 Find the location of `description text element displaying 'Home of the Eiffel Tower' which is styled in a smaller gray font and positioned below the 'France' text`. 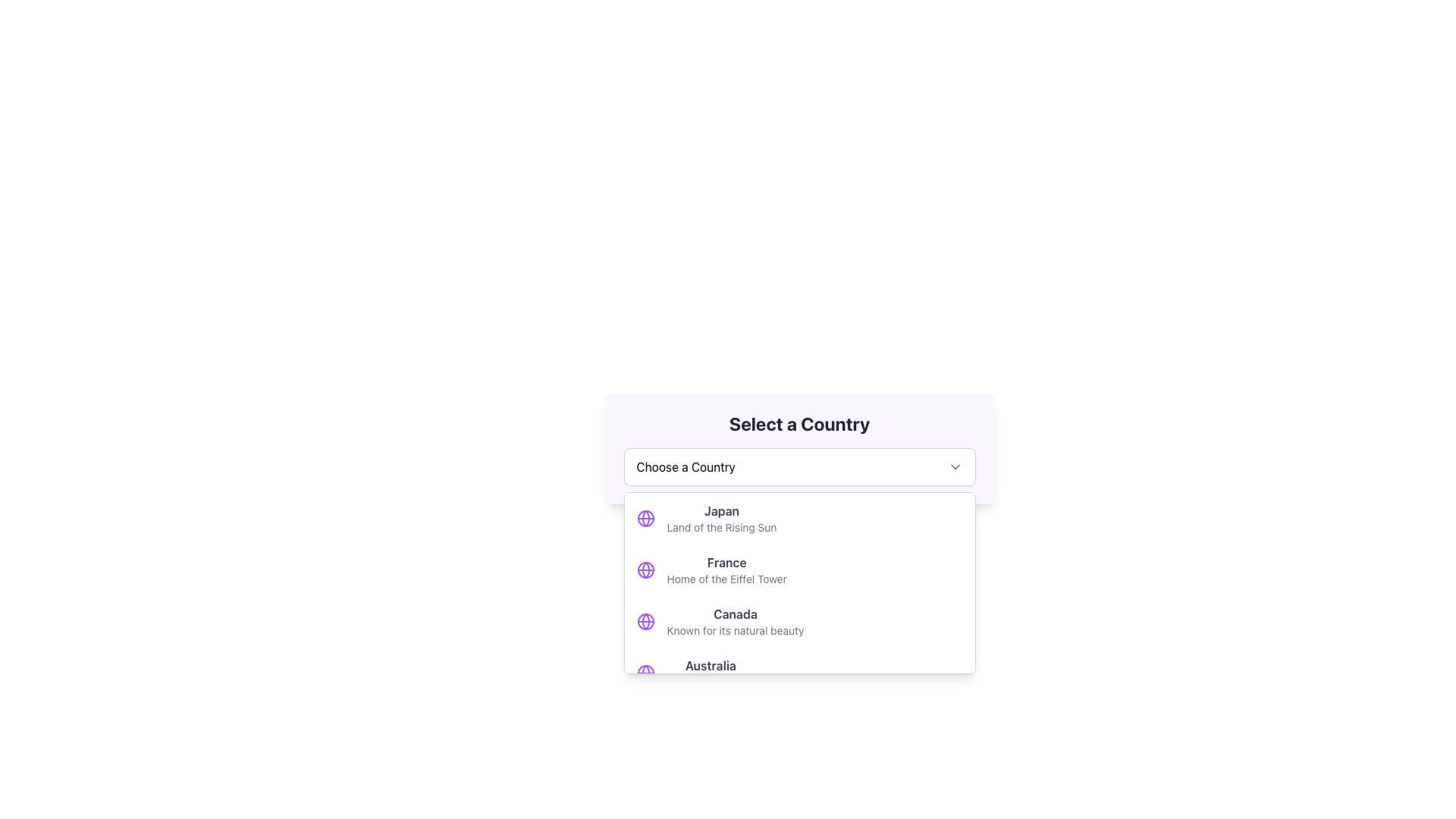

description text element displaying 'Home of the Eiffel Tower' which is styled in a smaller gray font and positioned below the 'France' text is located at coordinates (726, 579).